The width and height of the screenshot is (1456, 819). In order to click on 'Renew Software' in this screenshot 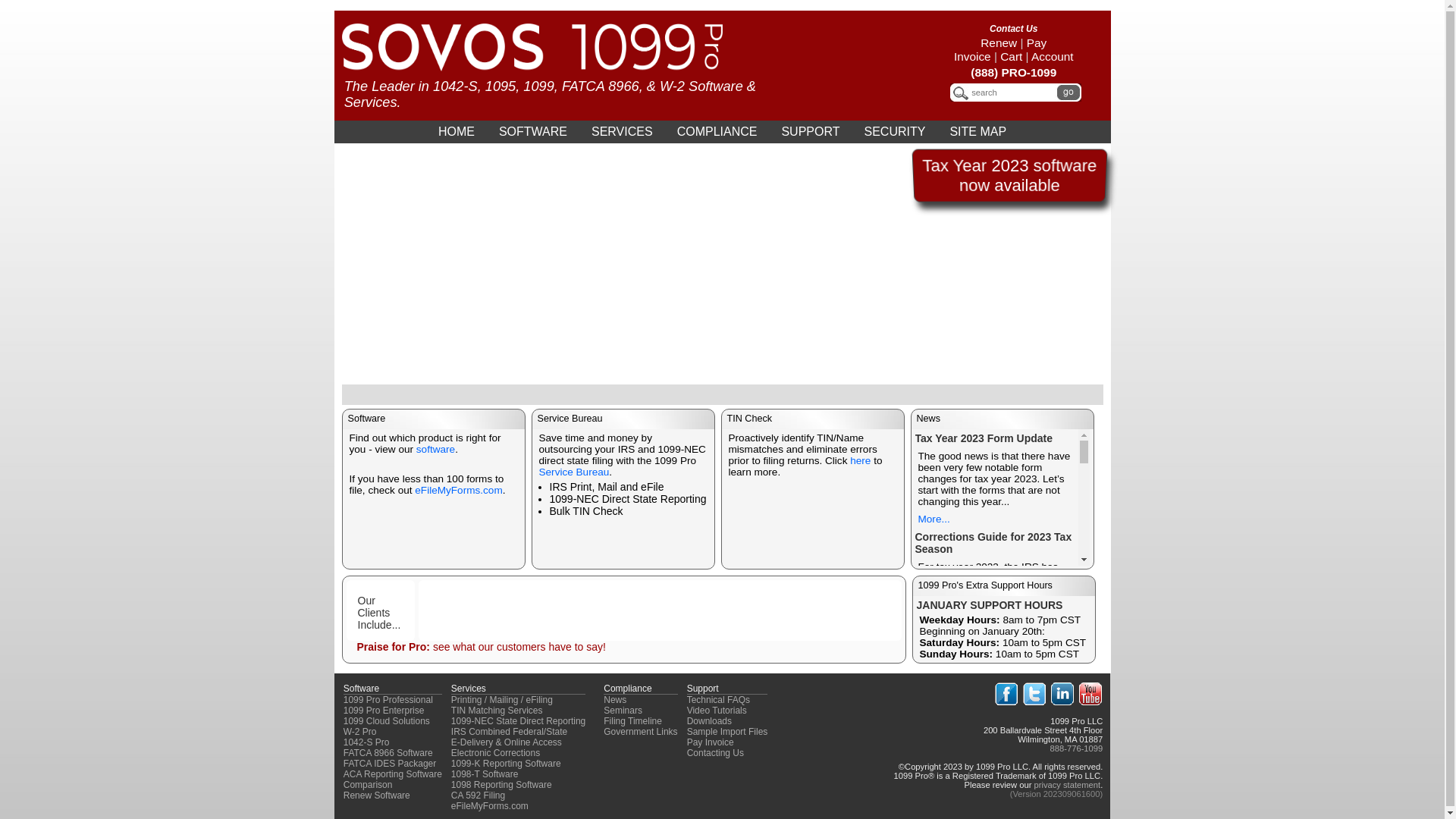, I will do `click(377, 795)`.